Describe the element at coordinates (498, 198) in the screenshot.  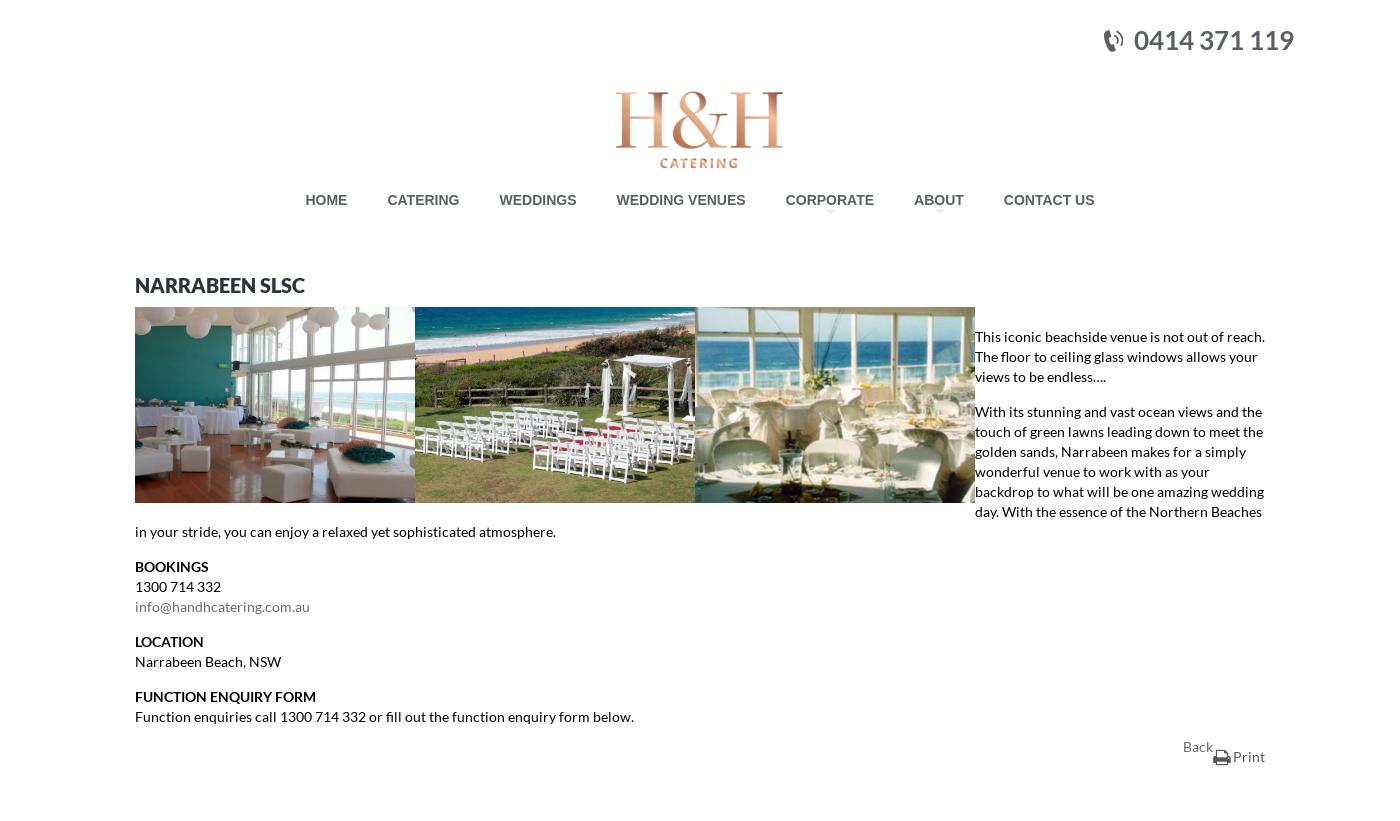
I see `'WEDDINGS'` at that location.